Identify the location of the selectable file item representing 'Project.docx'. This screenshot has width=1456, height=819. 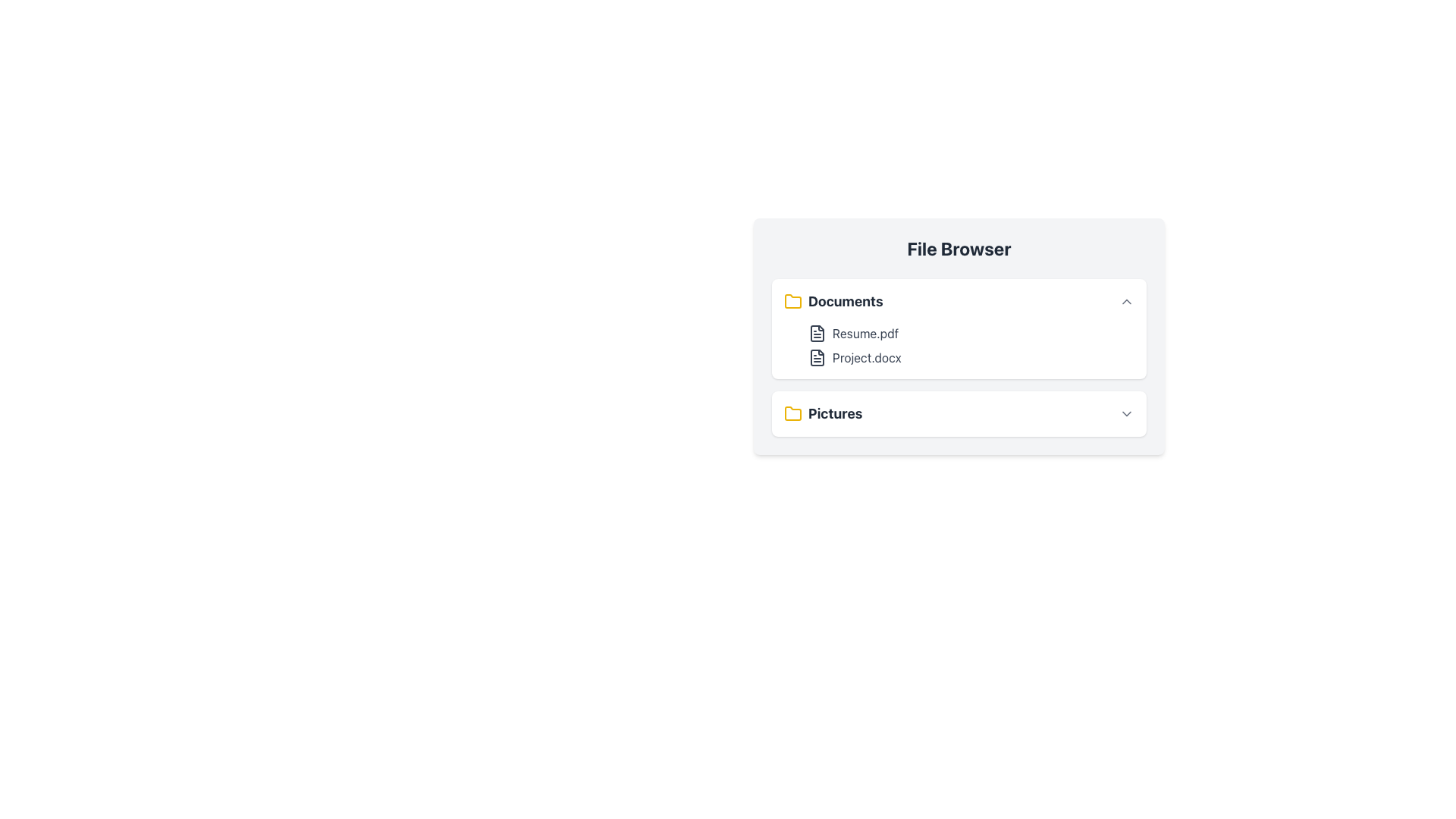
(971, 357).